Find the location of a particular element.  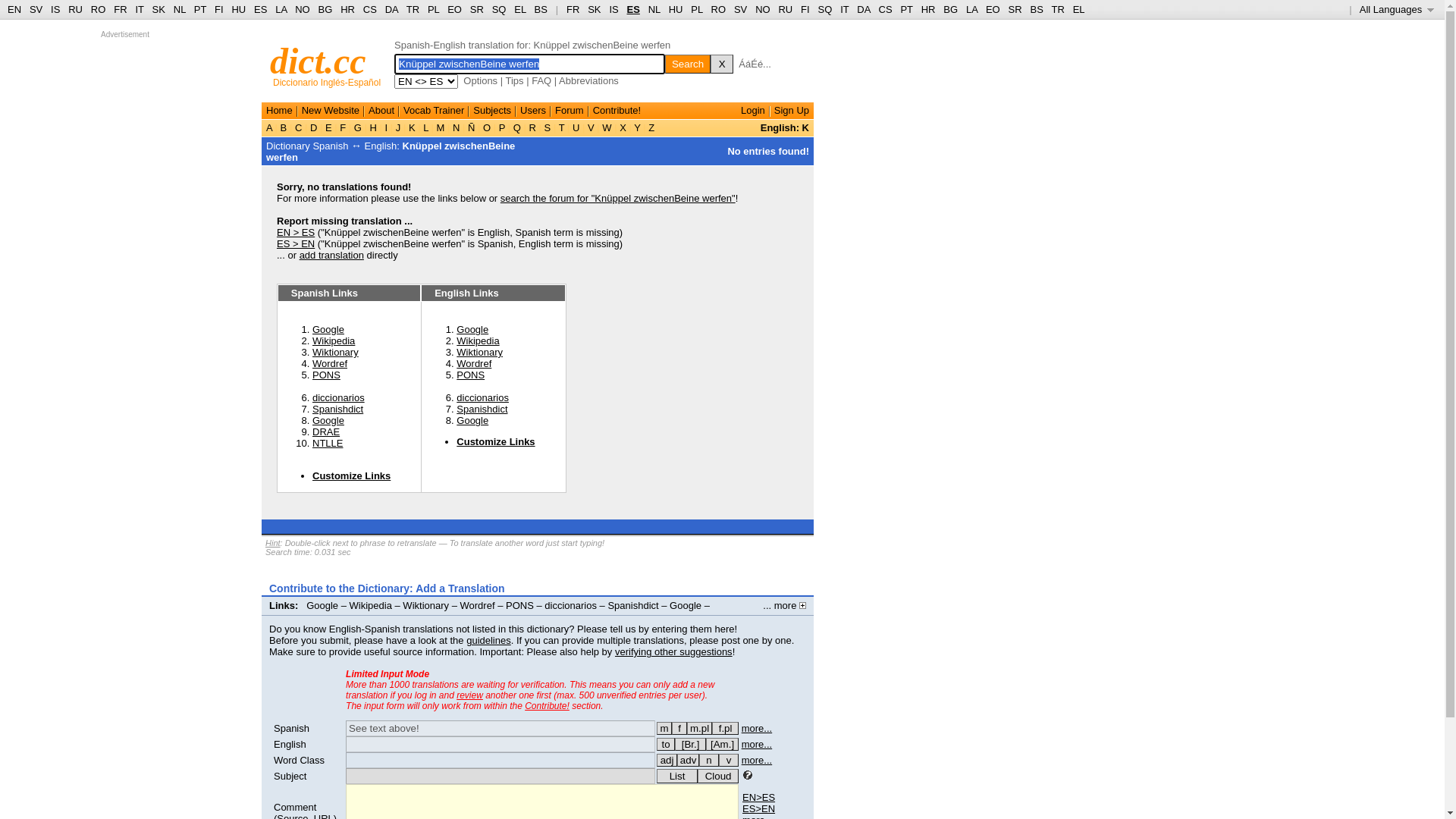

'FAQ' is located at coordinates (541, 80).